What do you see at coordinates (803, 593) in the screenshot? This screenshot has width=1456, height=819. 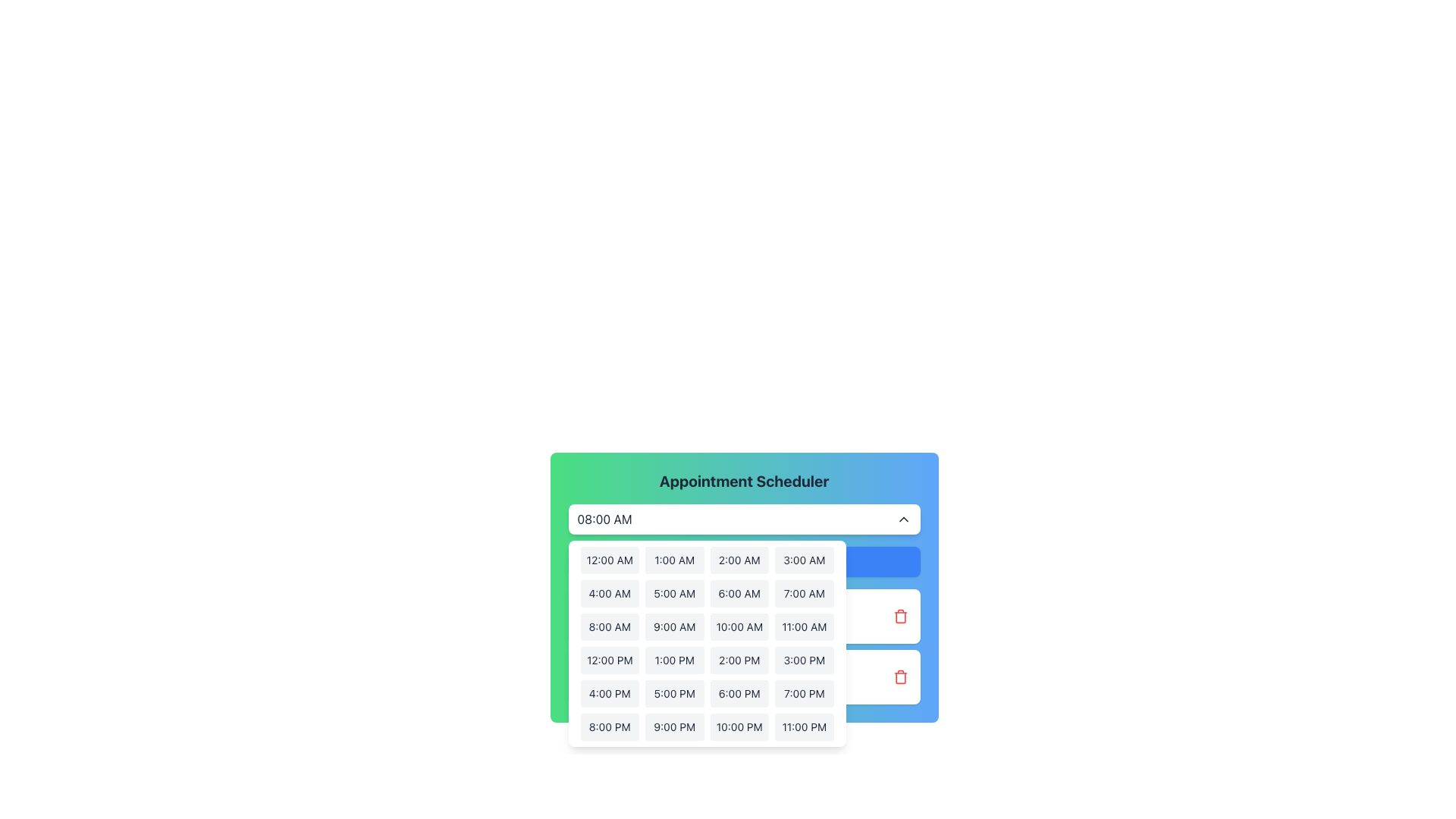 I see `the '7:00 AM' button, which is a rectangular button with a light background and rounded corners located in the second row, fourth column of the time buttons grid` at bounding box center [803, 593].